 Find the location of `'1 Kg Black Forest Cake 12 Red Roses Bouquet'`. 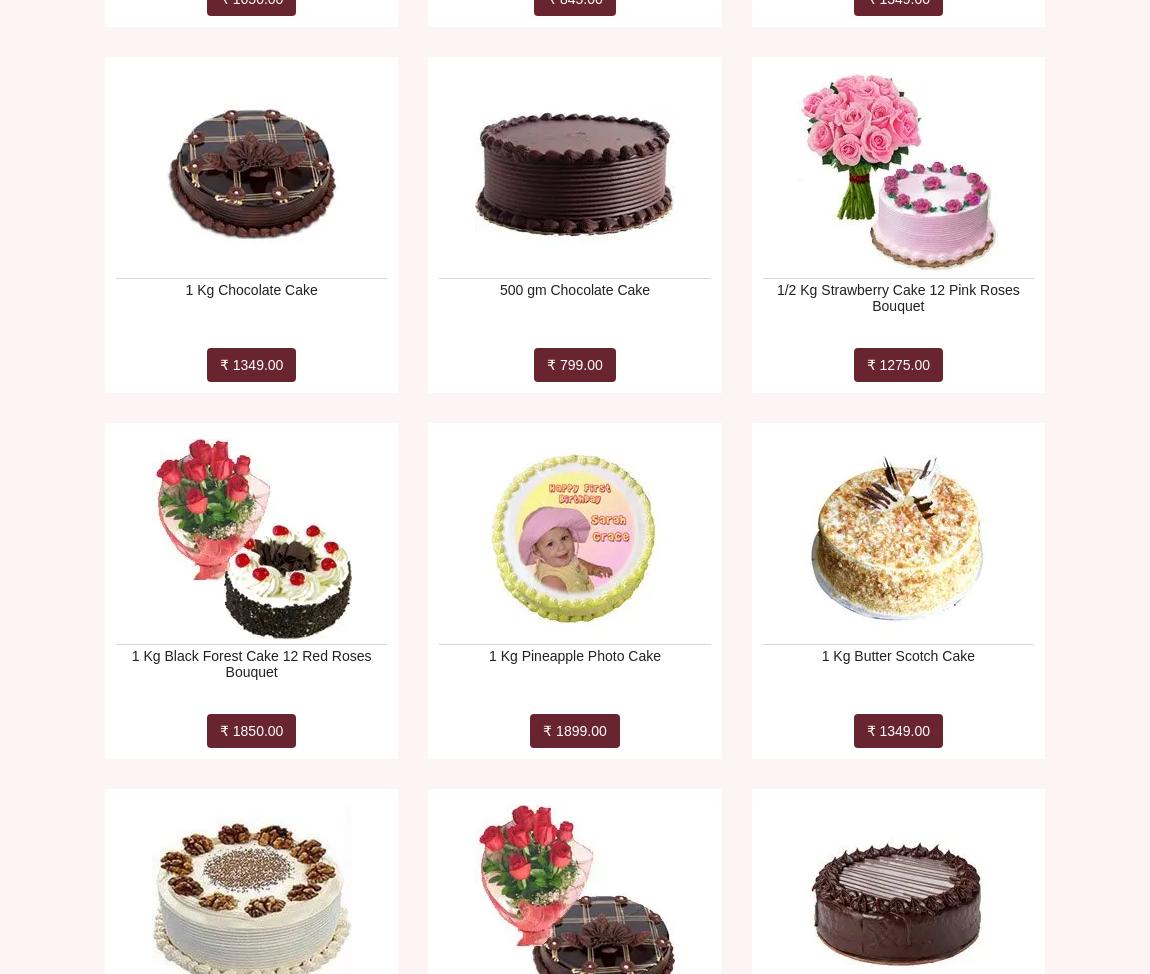

'1 Kg Black Forest Cake 12 Red Roses Bouquet' is located at coordinates (250, 663).